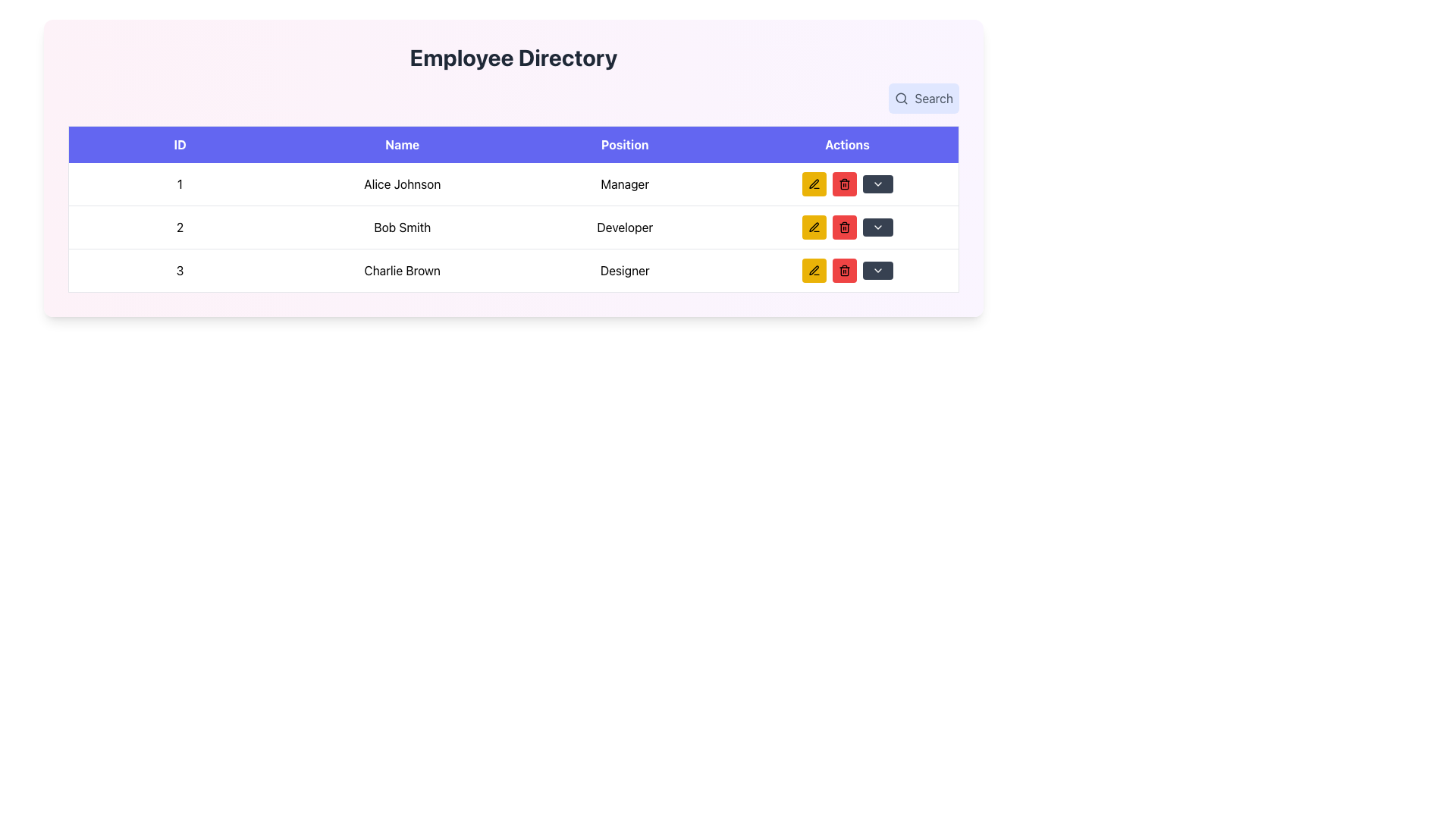  Describe the element at coordinates (843, 184) in the screenshot. I see `the square red button with rounded corners and a black trash can icon, located in the Actions column next to the Edit button for the employee 'Alice Johnson'` at that location.